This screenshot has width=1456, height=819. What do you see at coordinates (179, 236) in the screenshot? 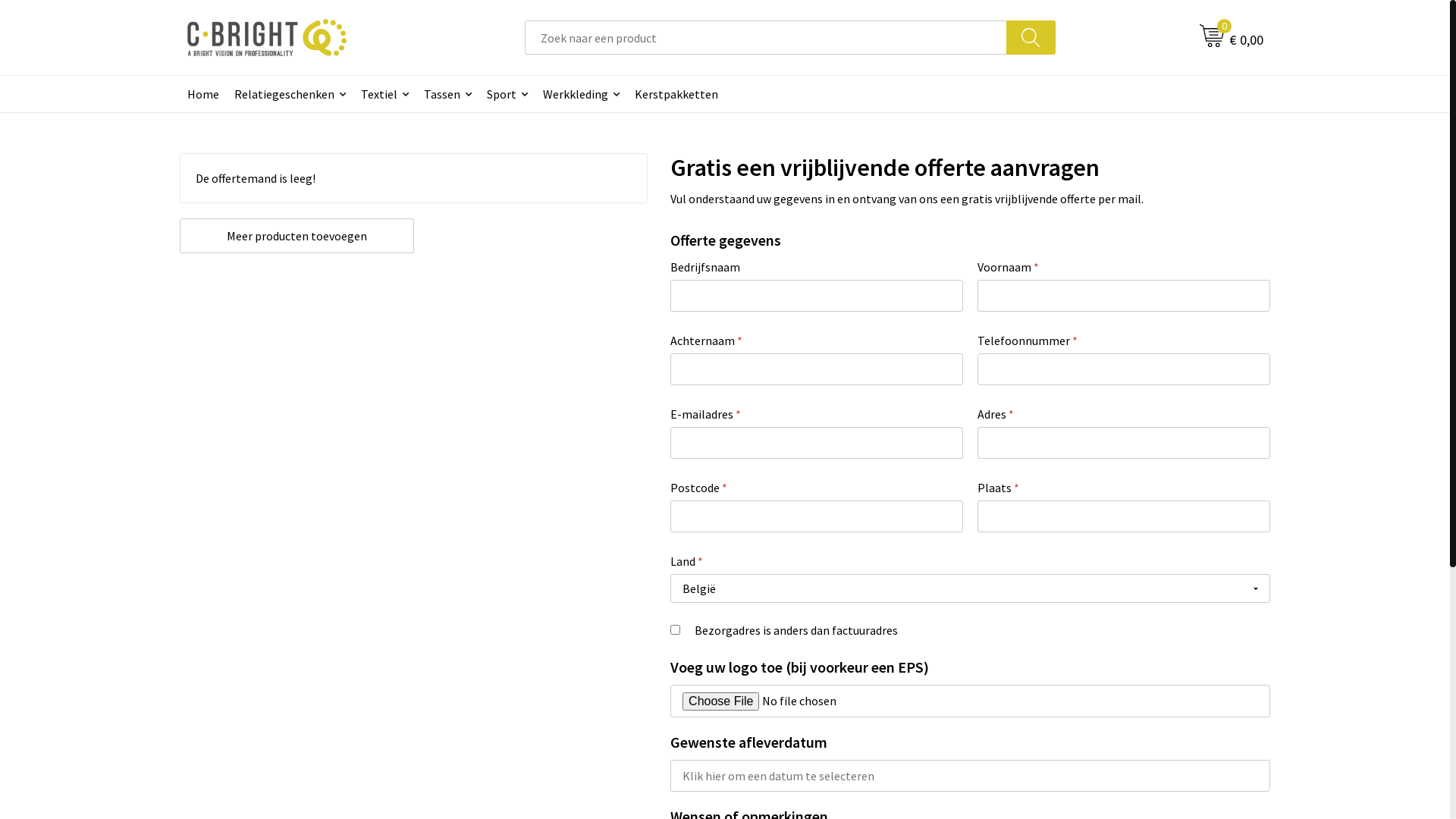
I see `'Meer producten toevoegen'` at bounding box center [179, 236].